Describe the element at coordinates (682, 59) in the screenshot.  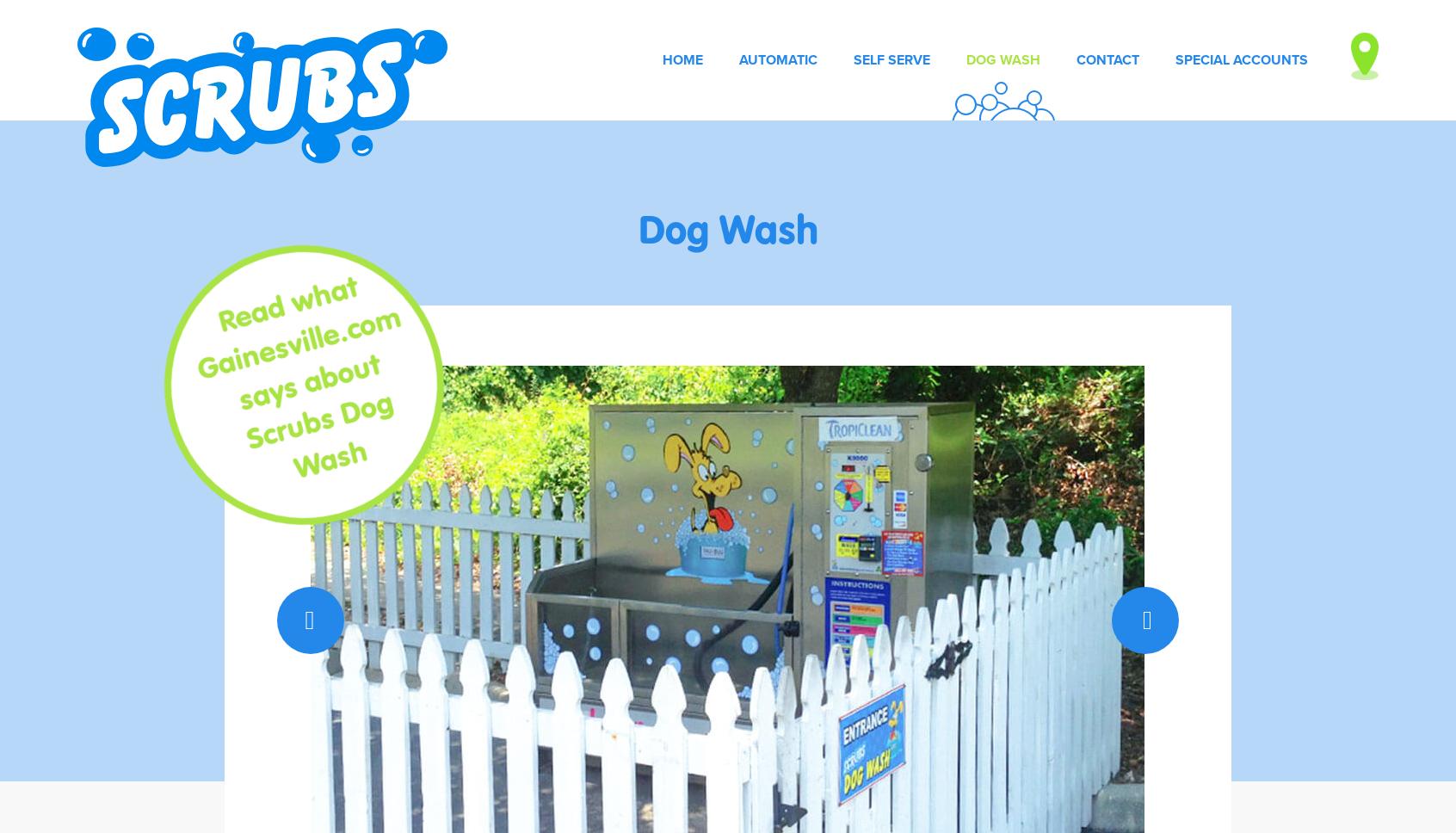
I see `'Home'` at that location.